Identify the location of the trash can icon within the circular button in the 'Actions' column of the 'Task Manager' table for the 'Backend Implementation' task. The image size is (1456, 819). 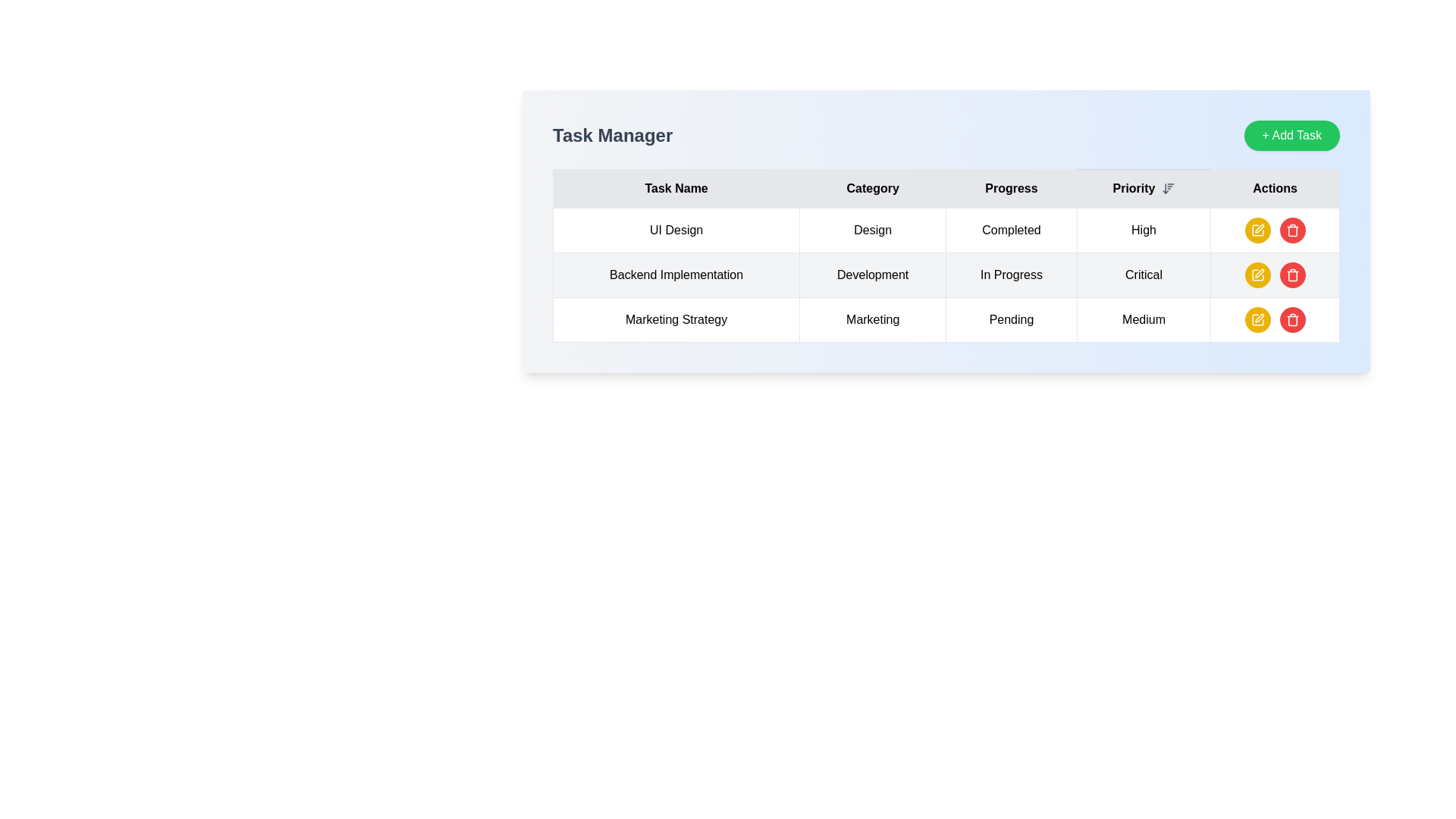
(1291, 275).